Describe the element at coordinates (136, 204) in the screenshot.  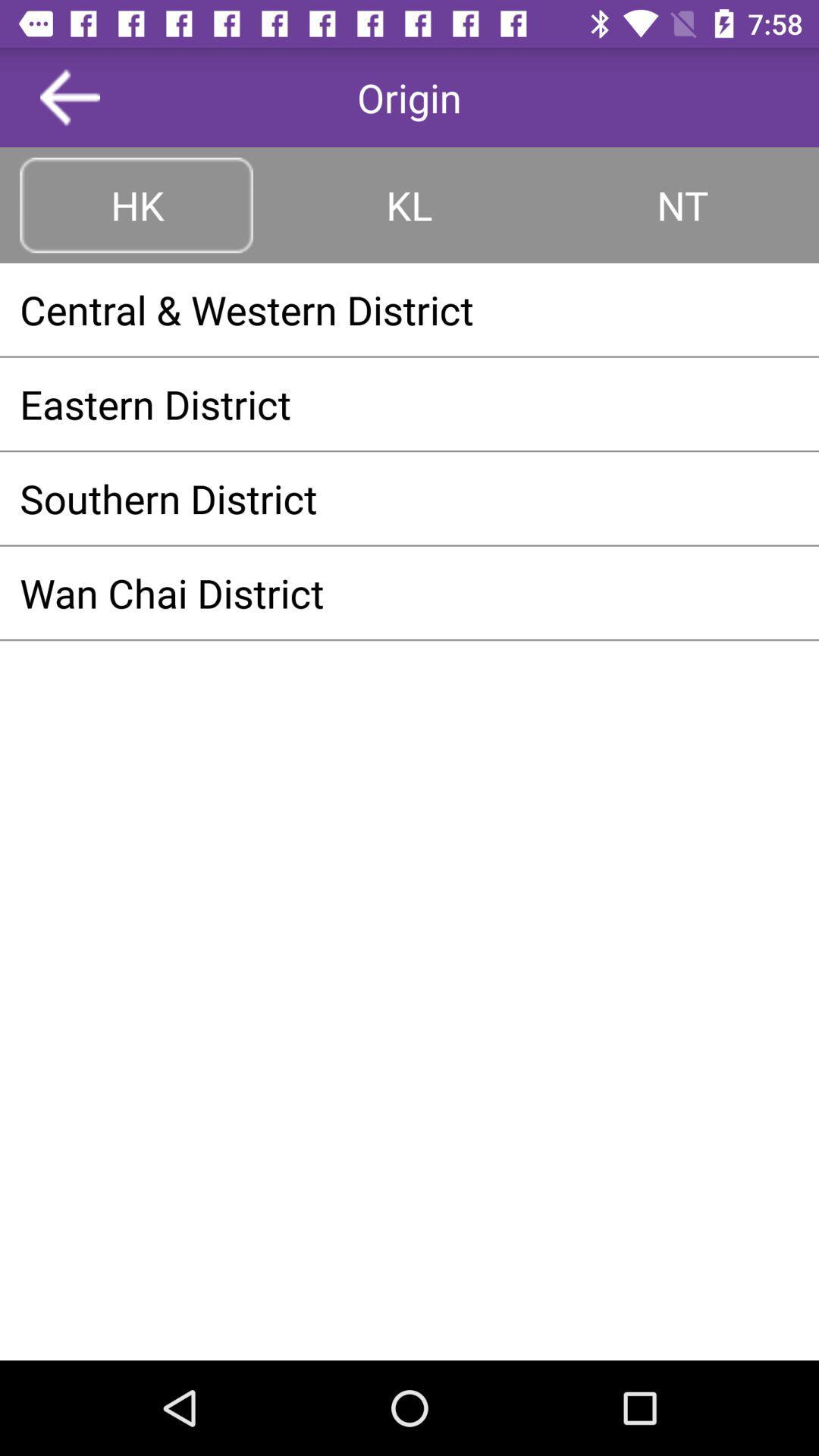
I see `icon above the central & western district item` at that location.